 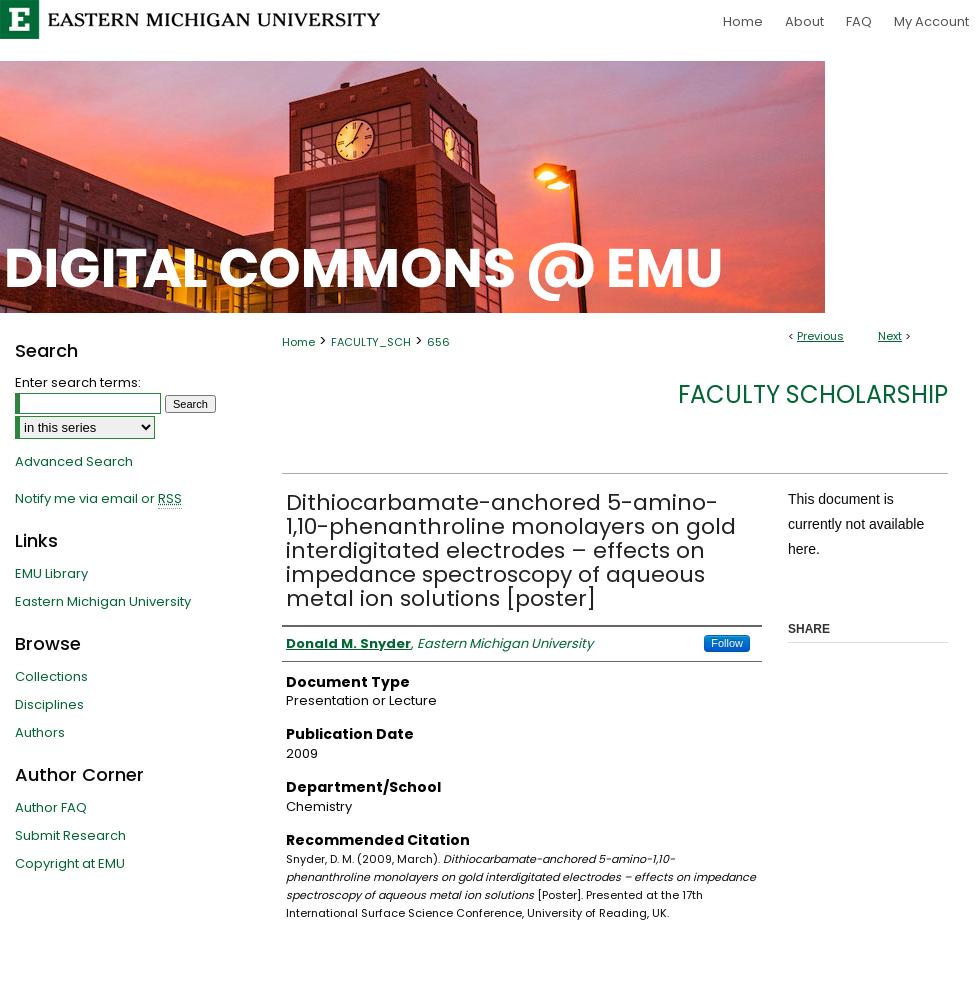 I want to click on 'Document Type', so click(x=285, y=681).